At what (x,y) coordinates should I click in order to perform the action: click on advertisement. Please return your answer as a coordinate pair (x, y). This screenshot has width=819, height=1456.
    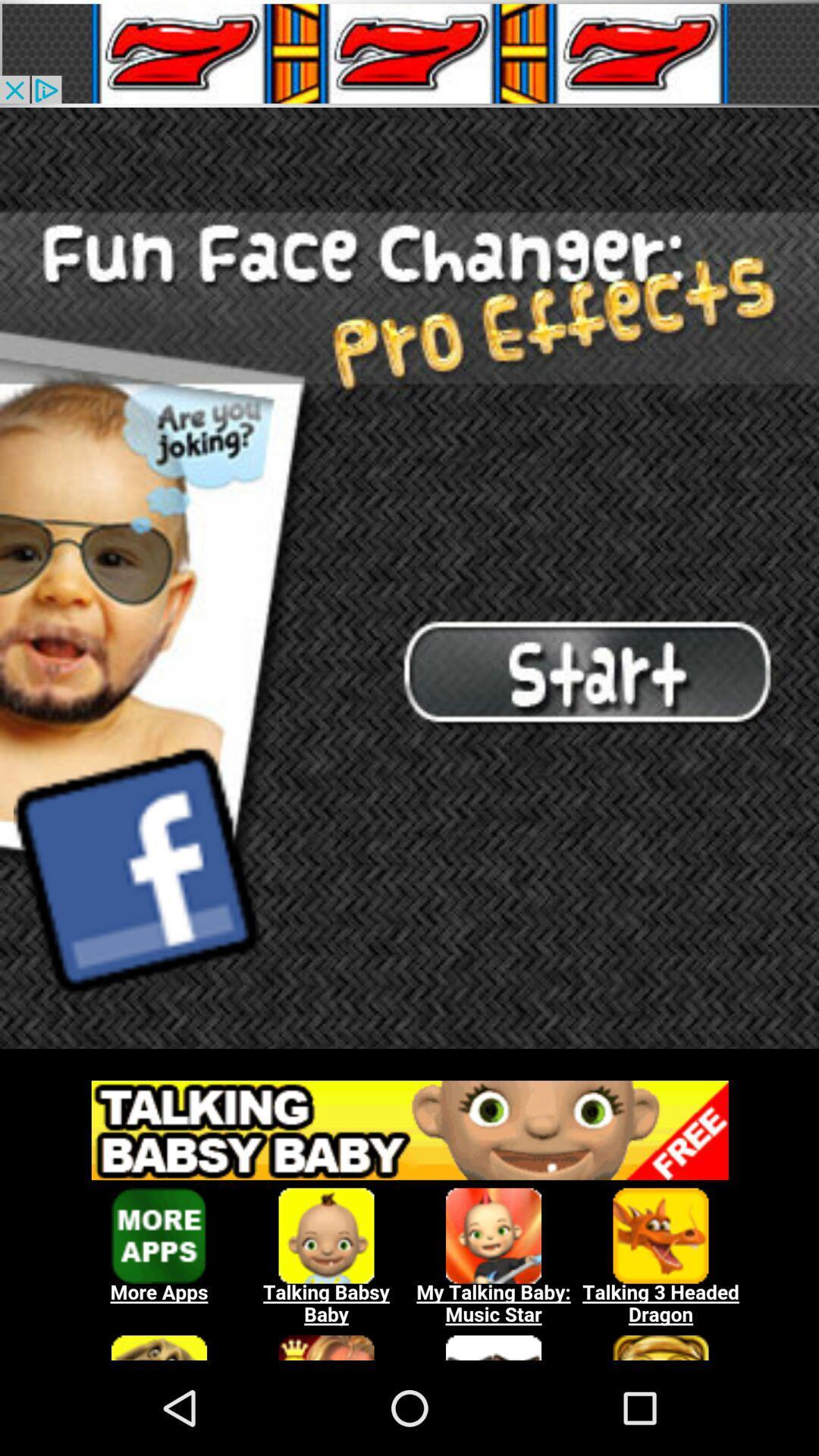
    Looking at the image, I should click on (409, 53).